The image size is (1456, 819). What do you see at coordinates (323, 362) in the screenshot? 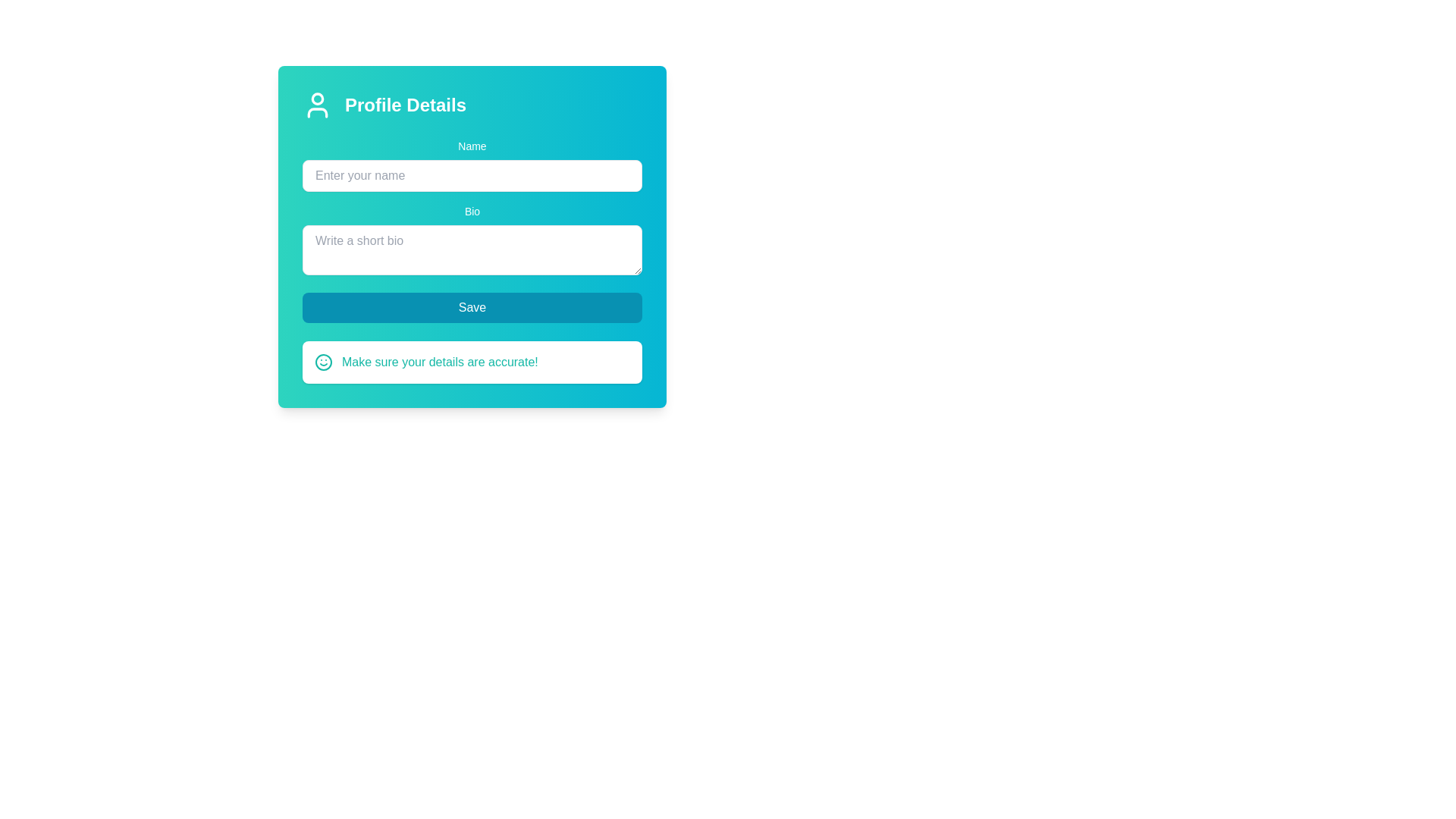
I see `the circular shape that forms the head of the smiley face icon, which is teal in color and has a diameter of 20 pixels` at bounding box center [323, 362].